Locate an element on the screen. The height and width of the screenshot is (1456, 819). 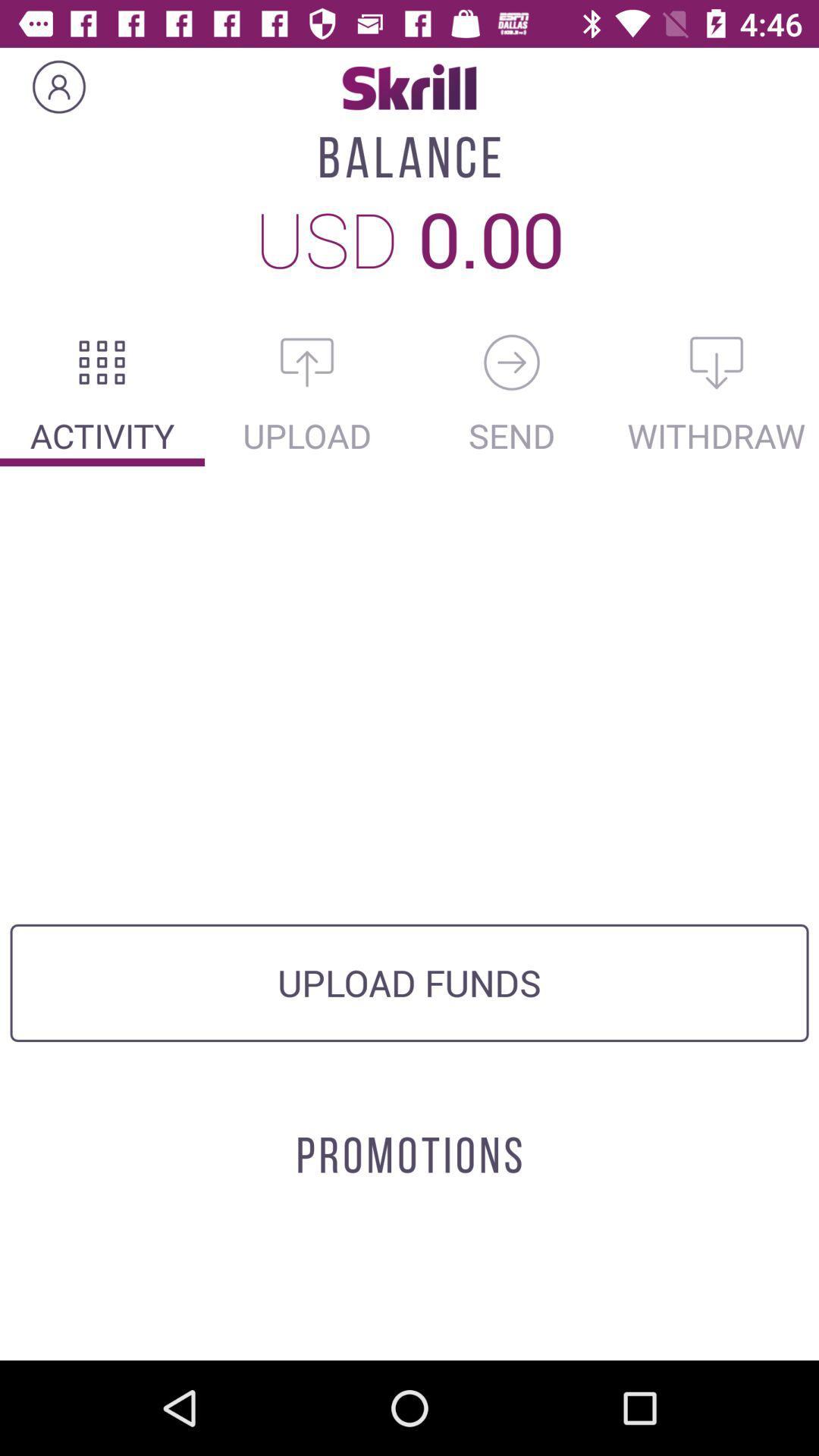
download option is located at coordinates (717, 362).